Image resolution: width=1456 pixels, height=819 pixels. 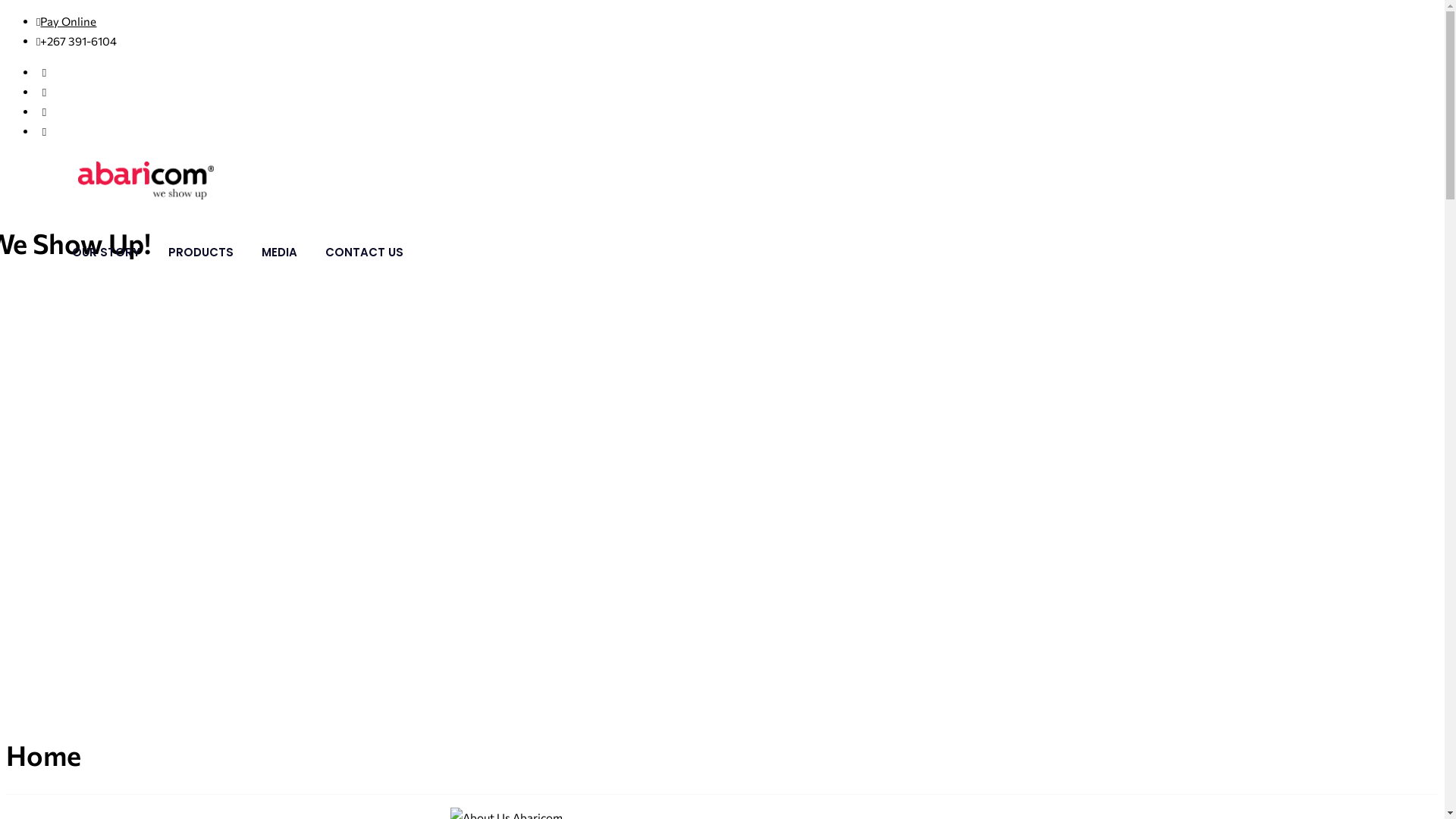 What do you see at coordinates (279, 251) in the screenshot?
I see `'MEDIA'` at bounding box center [279, 251].